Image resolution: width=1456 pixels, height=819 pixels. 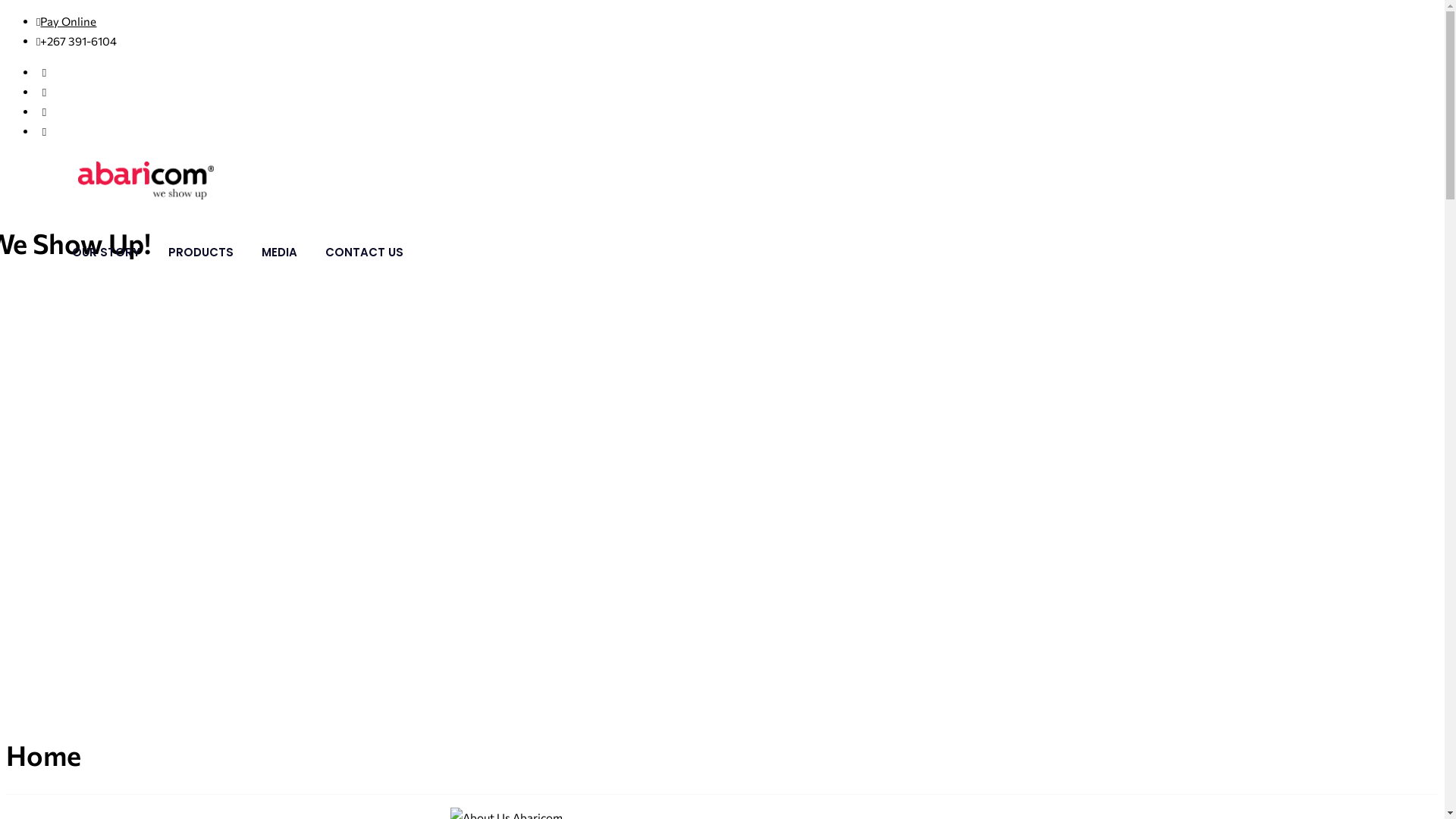 What do you see at coordinates (279, 251) in the screenshot?
I see `'MEDIA'` at bounding box center [279, 251].